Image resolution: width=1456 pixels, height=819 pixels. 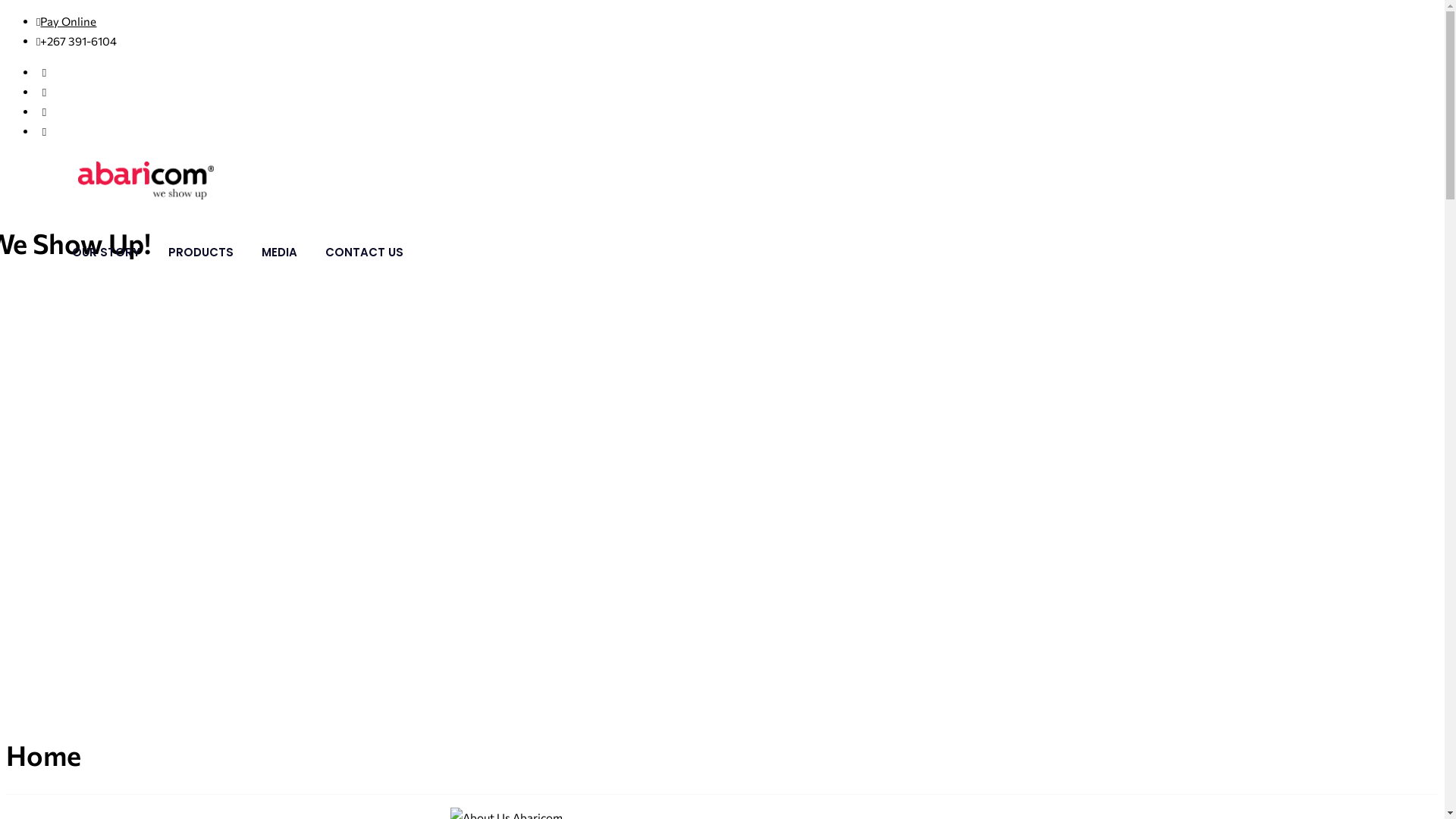 What do you see at coordinates (279, 251) in the screenshot?
I see `'MEDIA'` at bounding box center [279, 251].